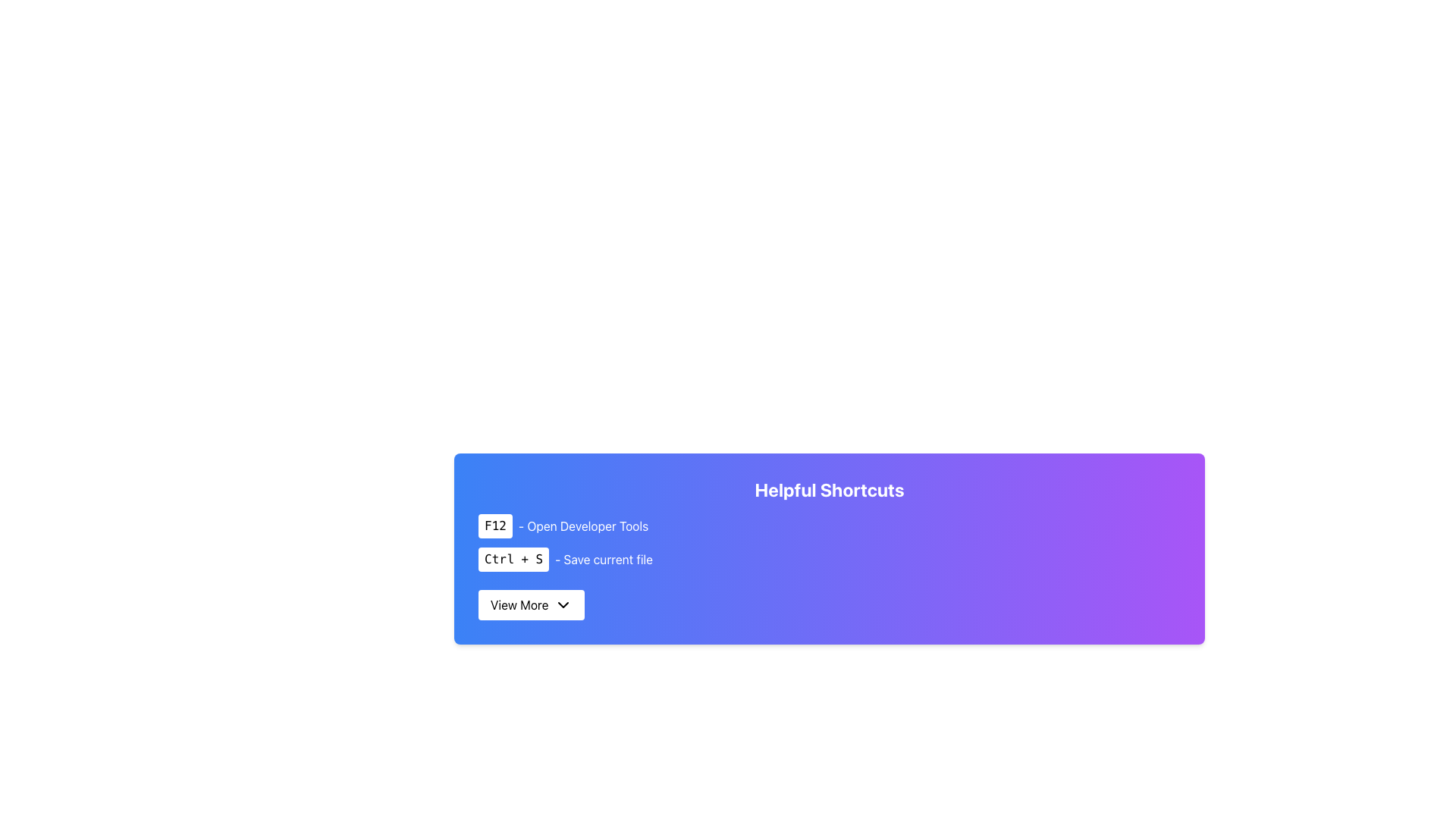 The image size is (1456, 819). Describe the element at coordinates (603, 559) in the screenshot. I see `the text describing the 'Ctrl + S' keyboard shortcut, located on the 'Helpful Shortcuts' card at the bottom right of the application layout` at that location.